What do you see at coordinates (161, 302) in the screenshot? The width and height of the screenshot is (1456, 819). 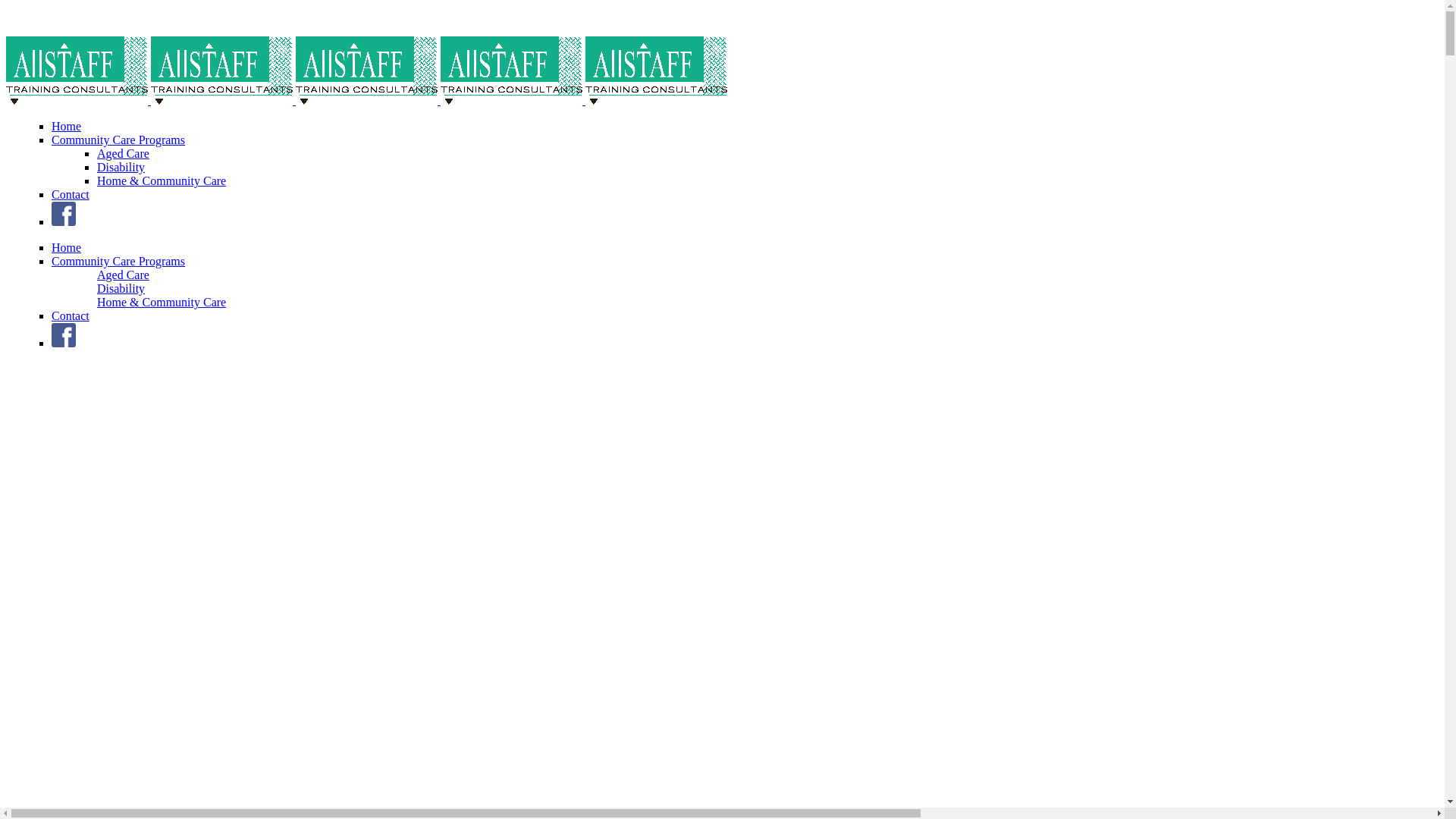 I see `'Home & Community Care'` at bounding box center [161, 302].